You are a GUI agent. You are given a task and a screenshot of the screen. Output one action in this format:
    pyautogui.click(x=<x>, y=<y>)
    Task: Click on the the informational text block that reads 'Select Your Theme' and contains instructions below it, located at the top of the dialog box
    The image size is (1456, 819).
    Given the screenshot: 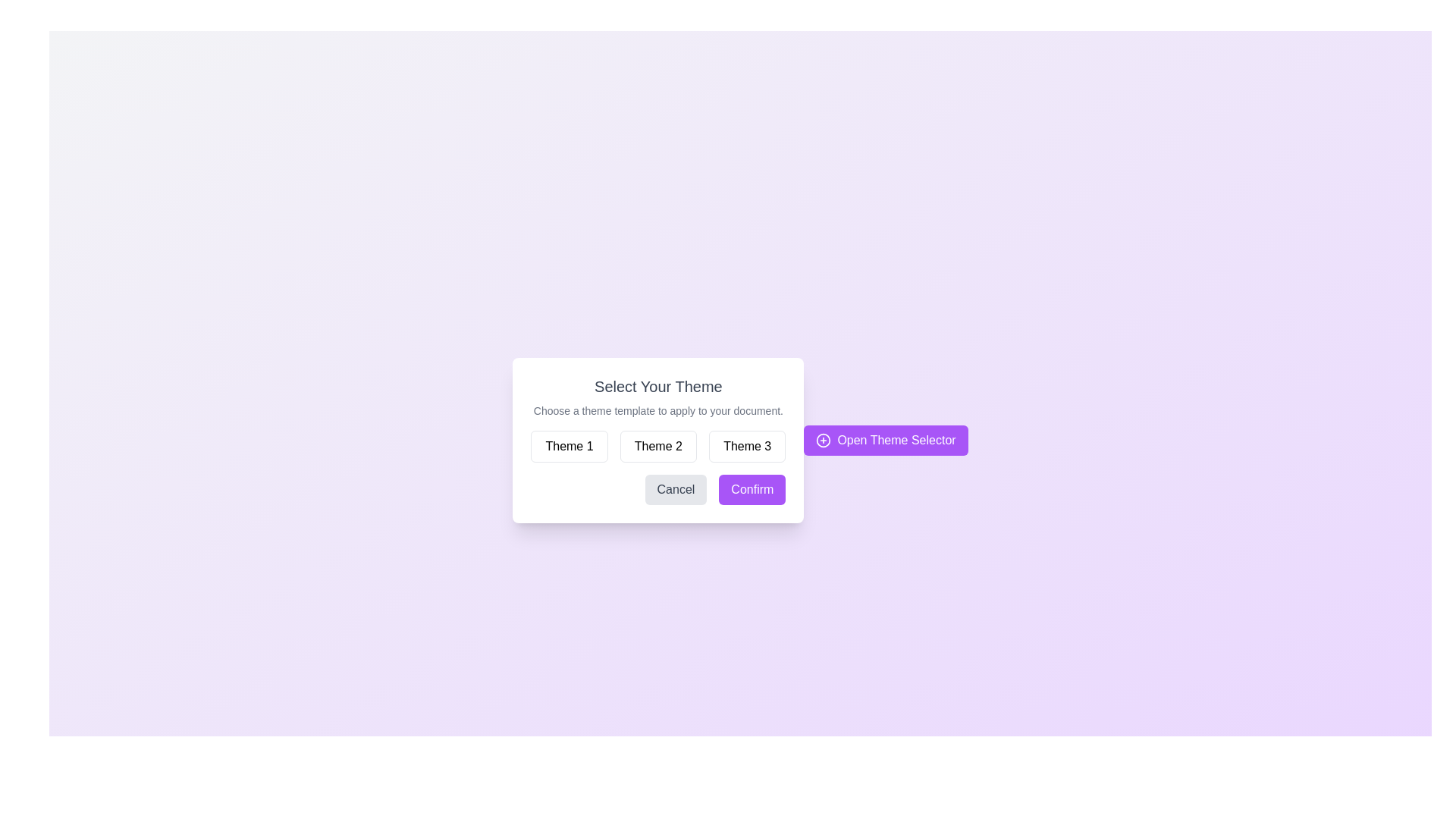 What is the action you would take?
    pyautogui.click(x=658, y=397)
    